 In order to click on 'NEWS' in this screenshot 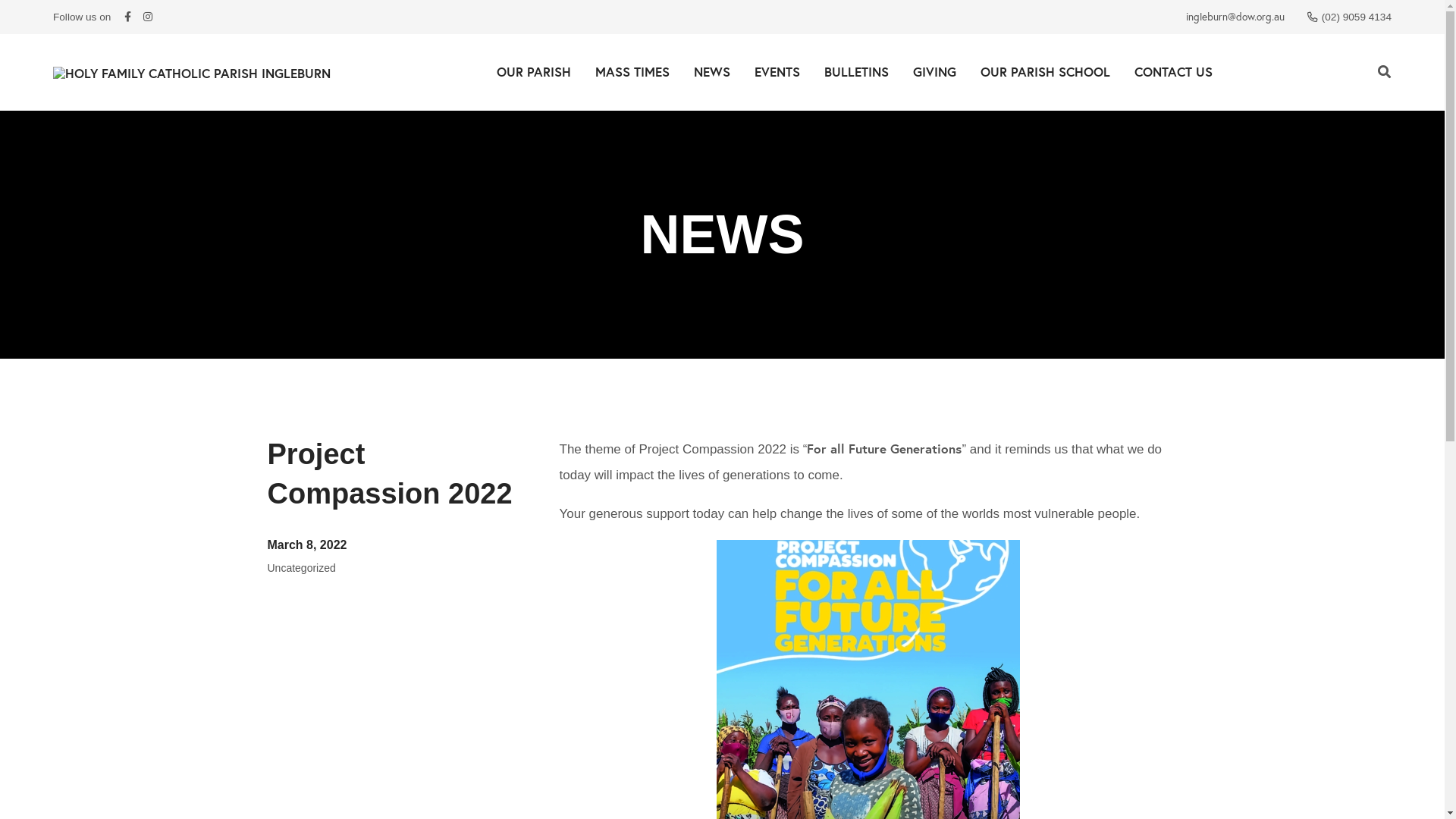, I will do `click(710, 71)`.